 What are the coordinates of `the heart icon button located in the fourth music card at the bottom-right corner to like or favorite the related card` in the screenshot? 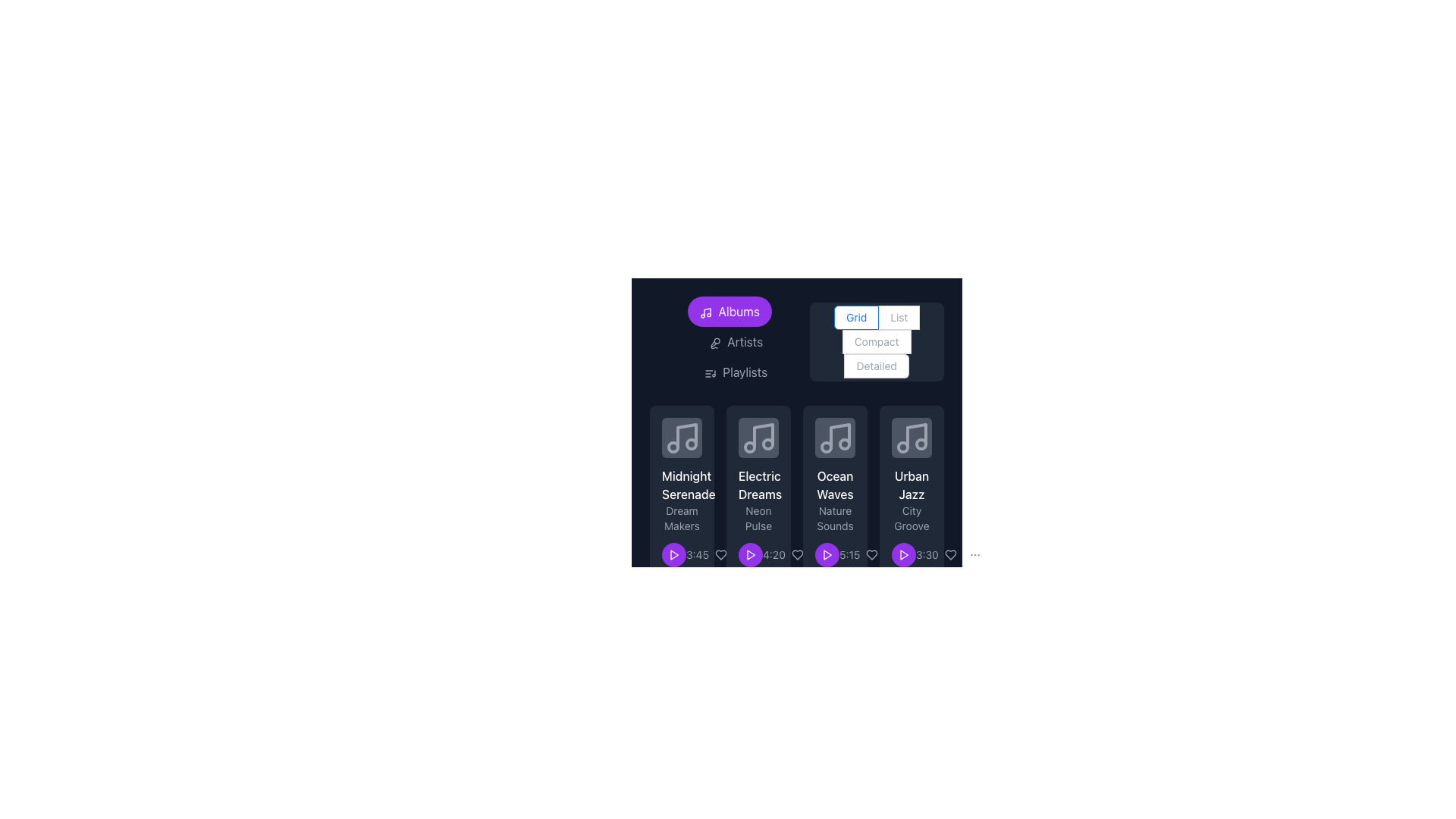 It's located at (872, 555).